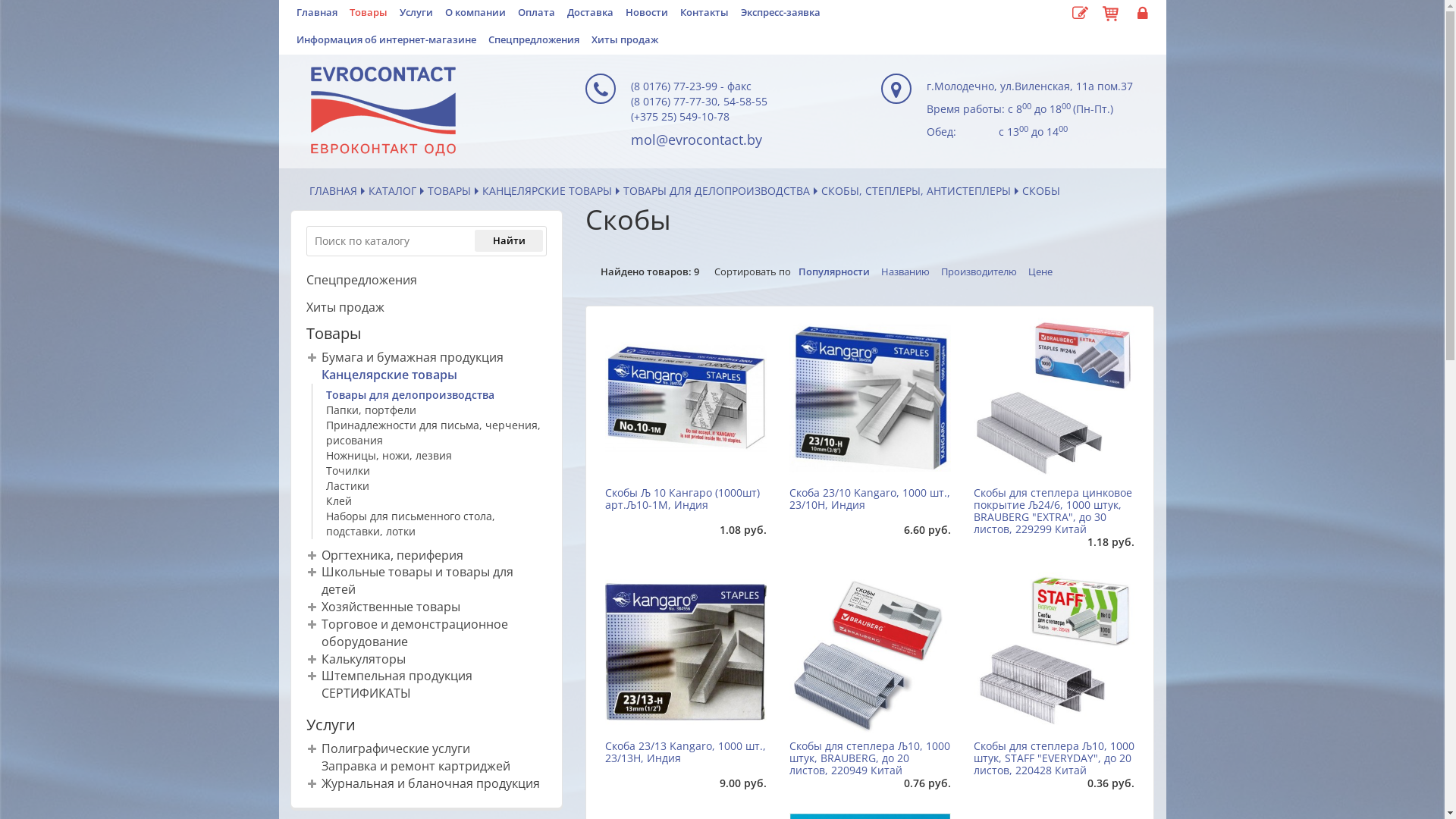 The height and width of the screenshot is (819, 1456). What do you see at coordinates (695, 140) in the screenshot?
I see `'mol@evrocontact.by'` at bounding box center [695, 140].